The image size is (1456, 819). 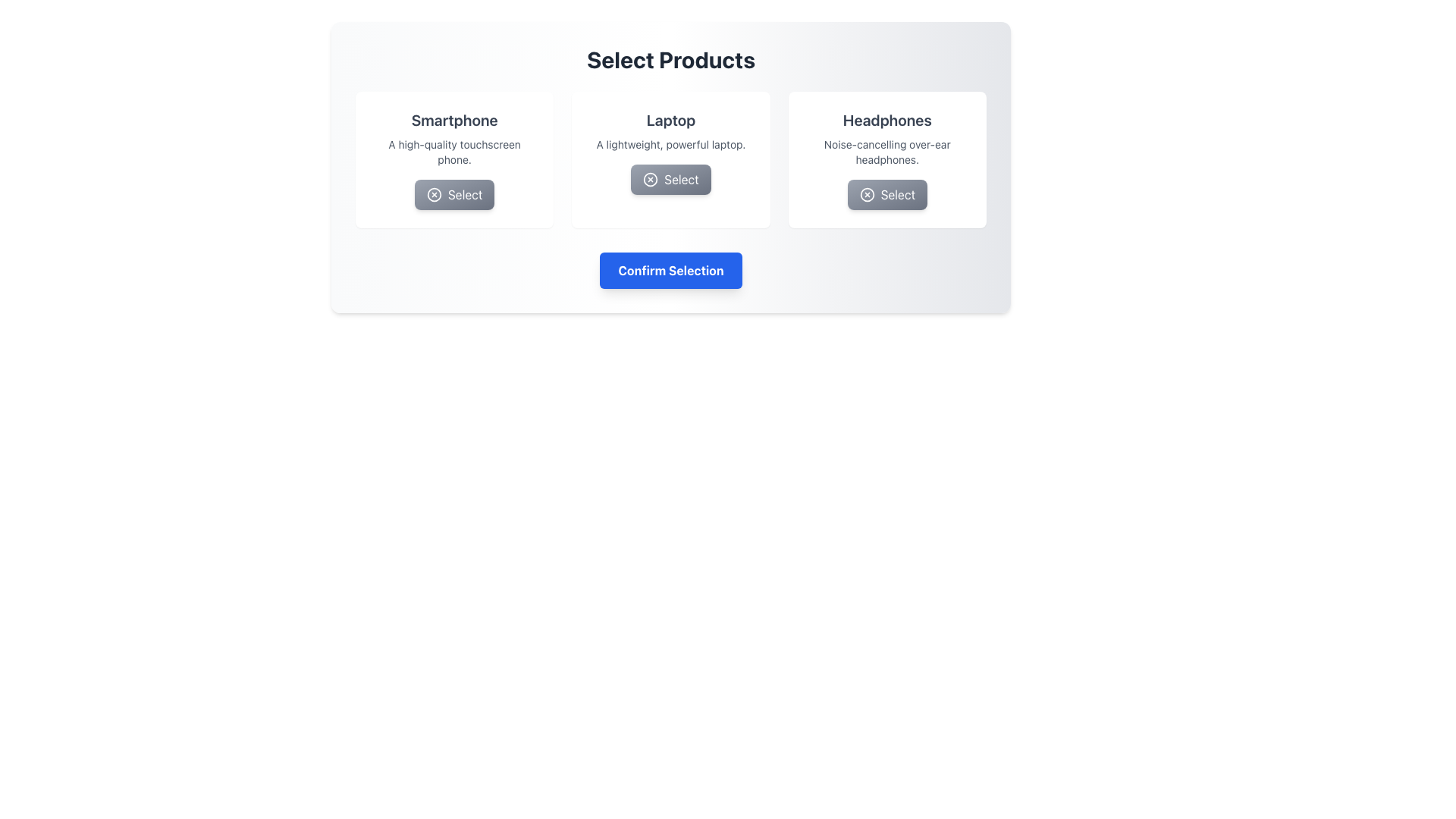 I want to click on properties of the grey filled circle that represents the close button within the 'Select' label in the middle option under the 'Laptop' selection, so click(x=651, y=178).